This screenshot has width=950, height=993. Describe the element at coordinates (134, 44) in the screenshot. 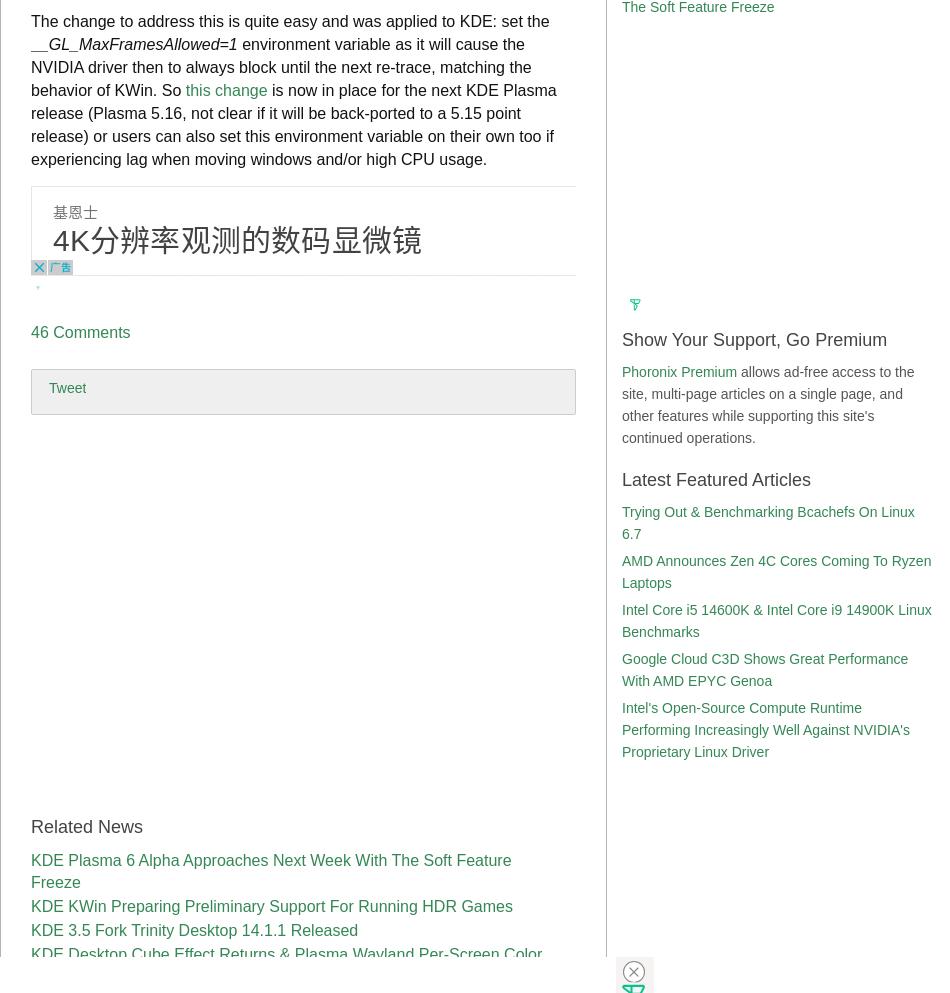

I see `'__GL_MaxFramesAllowed=1'` at that location.